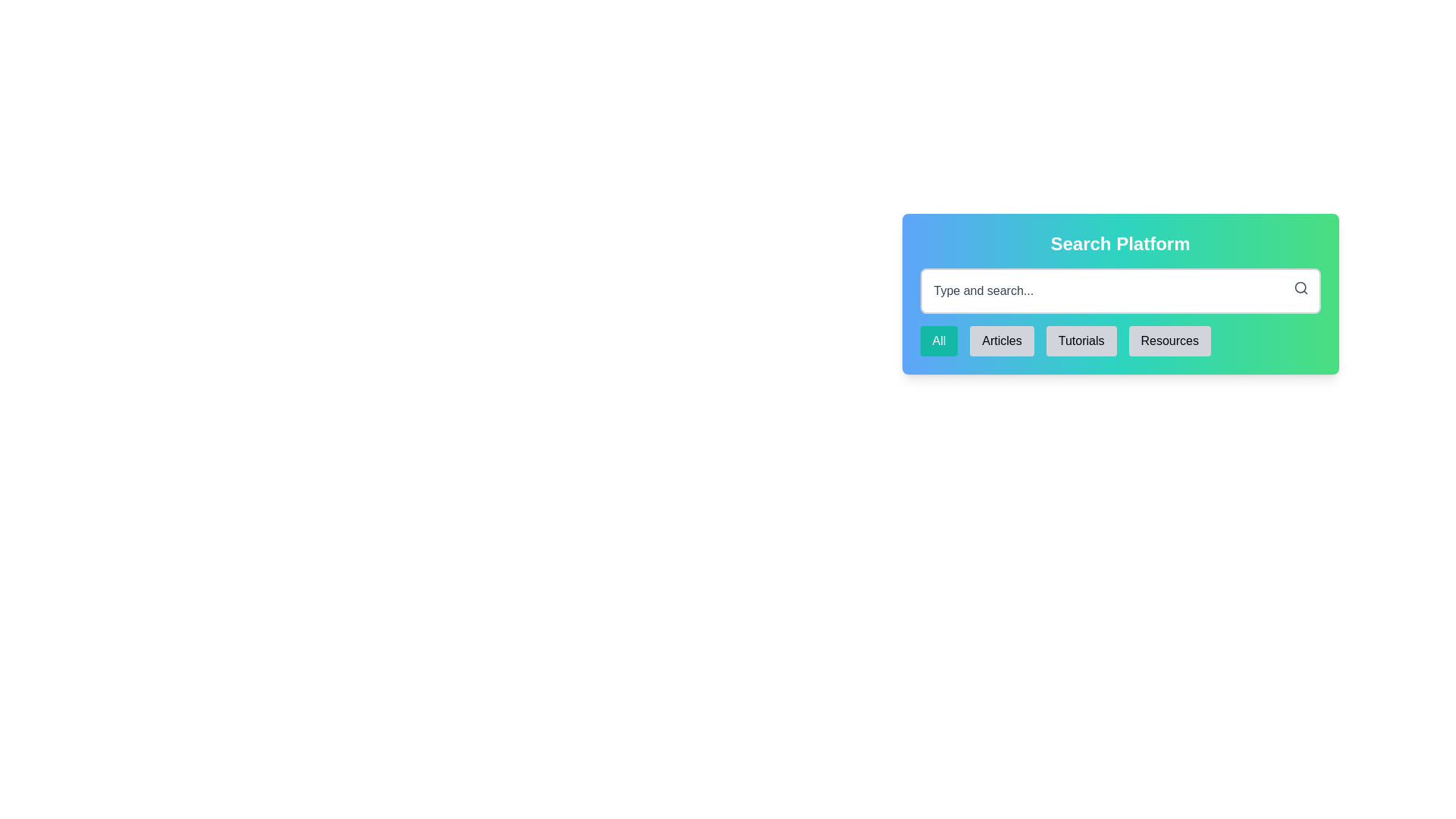  Describe the element at coordinates (938, 341) in the screenshot. I see `the rectangular button labeled 'All' with white text on a teal background` at that location.